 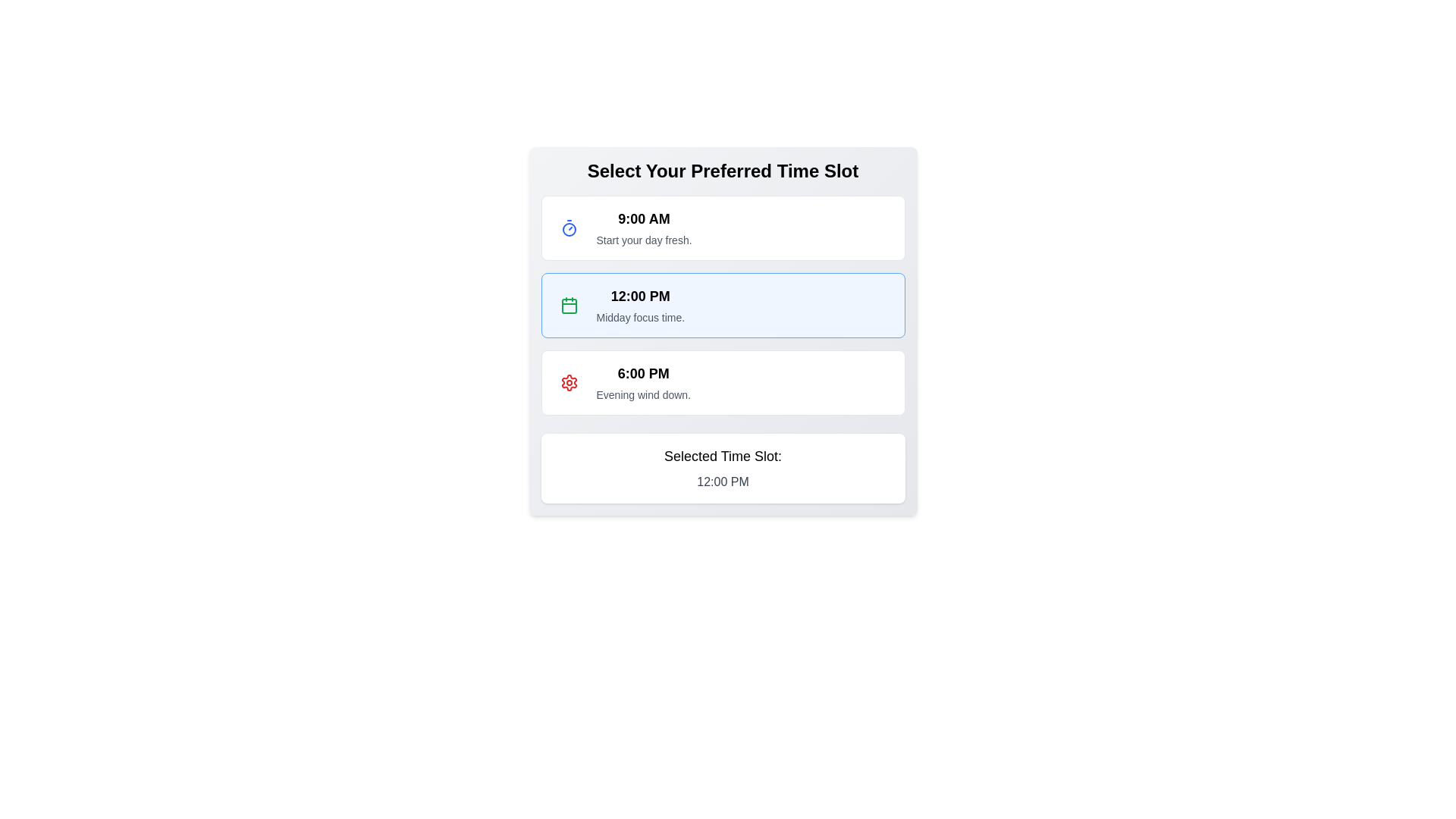 I want to click on the text label displaying '12:00 PM' in gray color within the 'Selected Time Slot' section, so click(x=722, y=482).